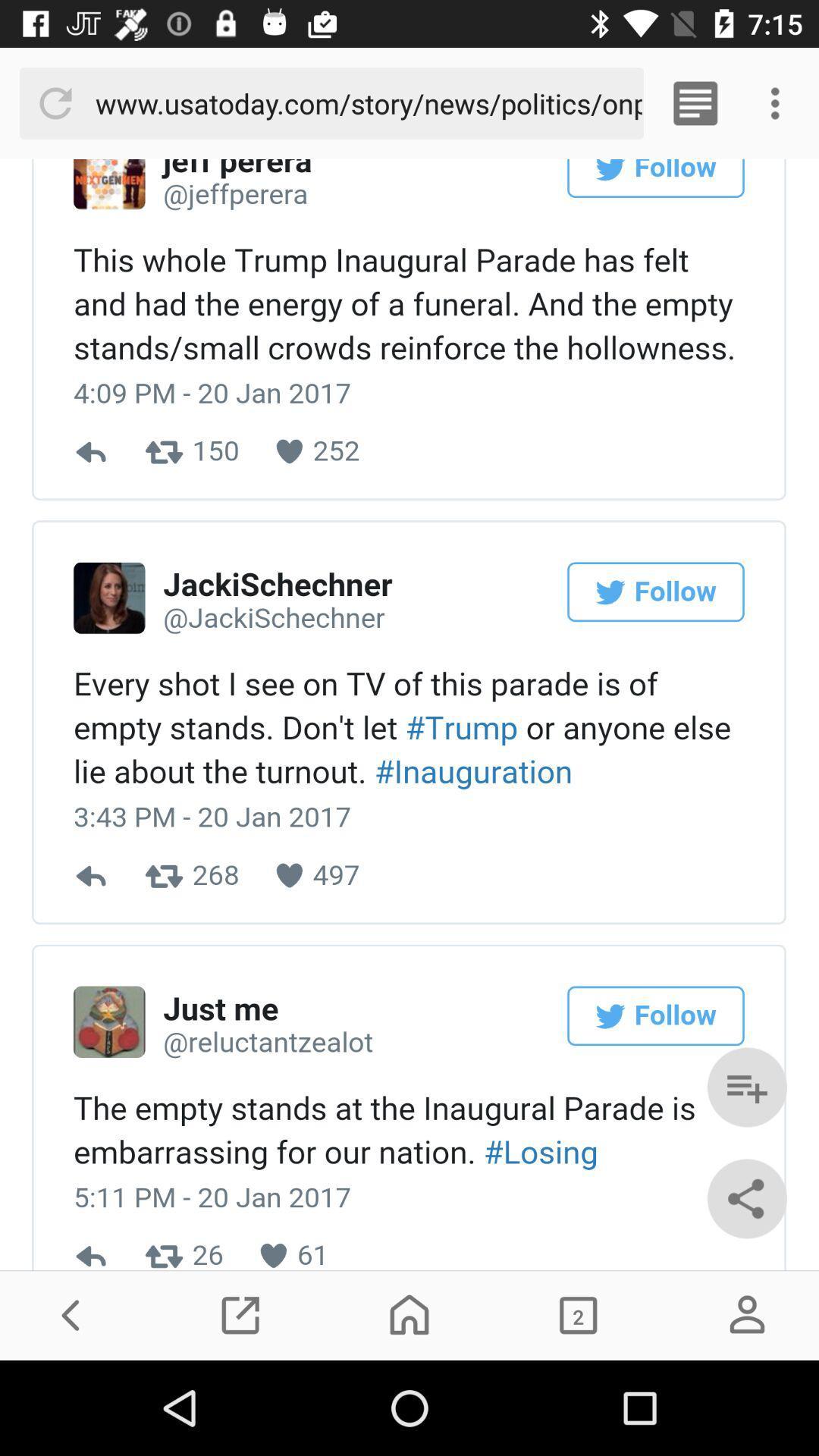  What do you see at coordinates (409, 1314) in the screenshot?
I see `the home icon` at bounding box center [409, 1314].